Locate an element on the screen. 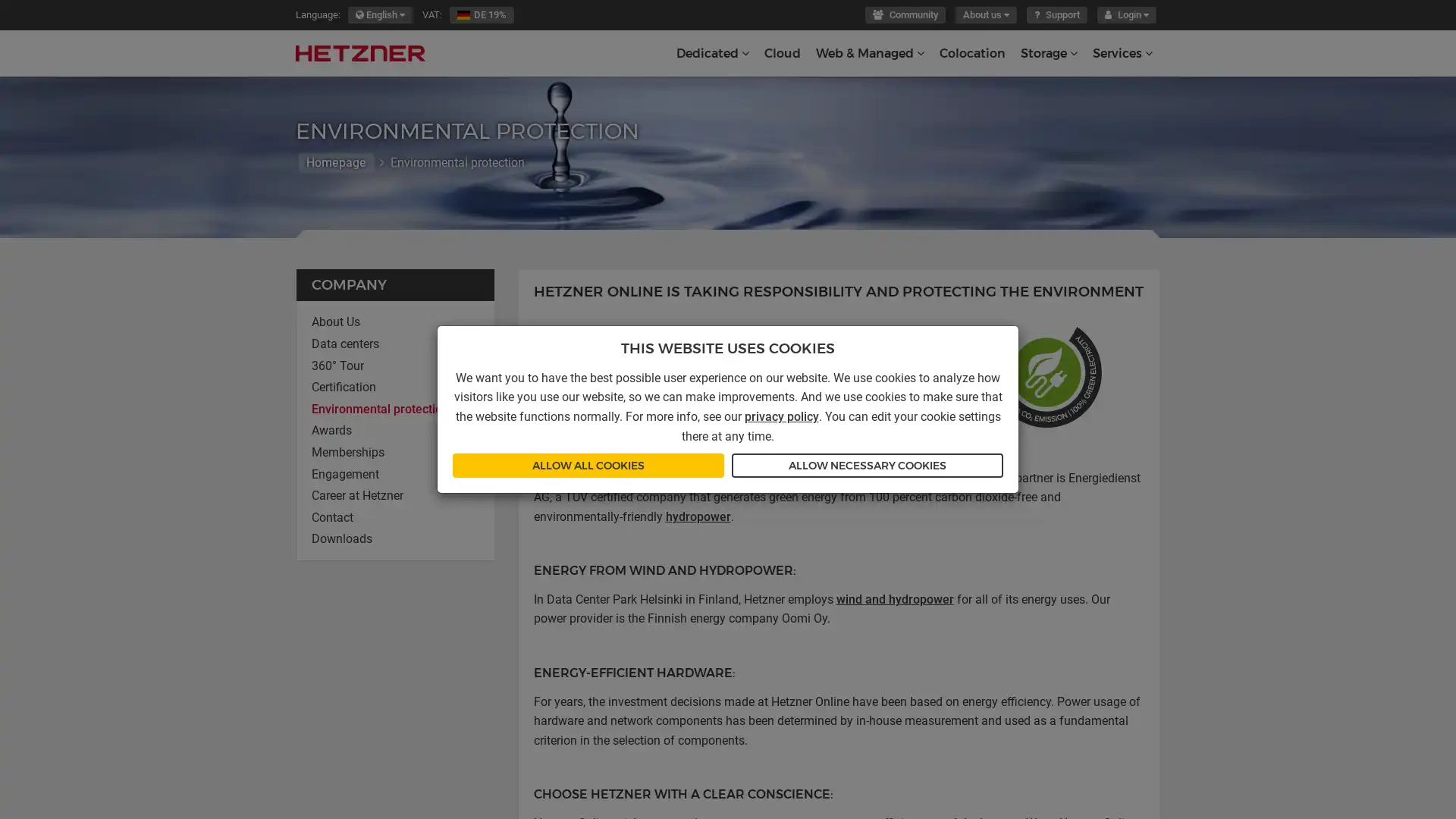 The height and width of the screenshot is (819, 1456). ALLOW NECESSARY COOKIES is located at coordinates (867, 464).